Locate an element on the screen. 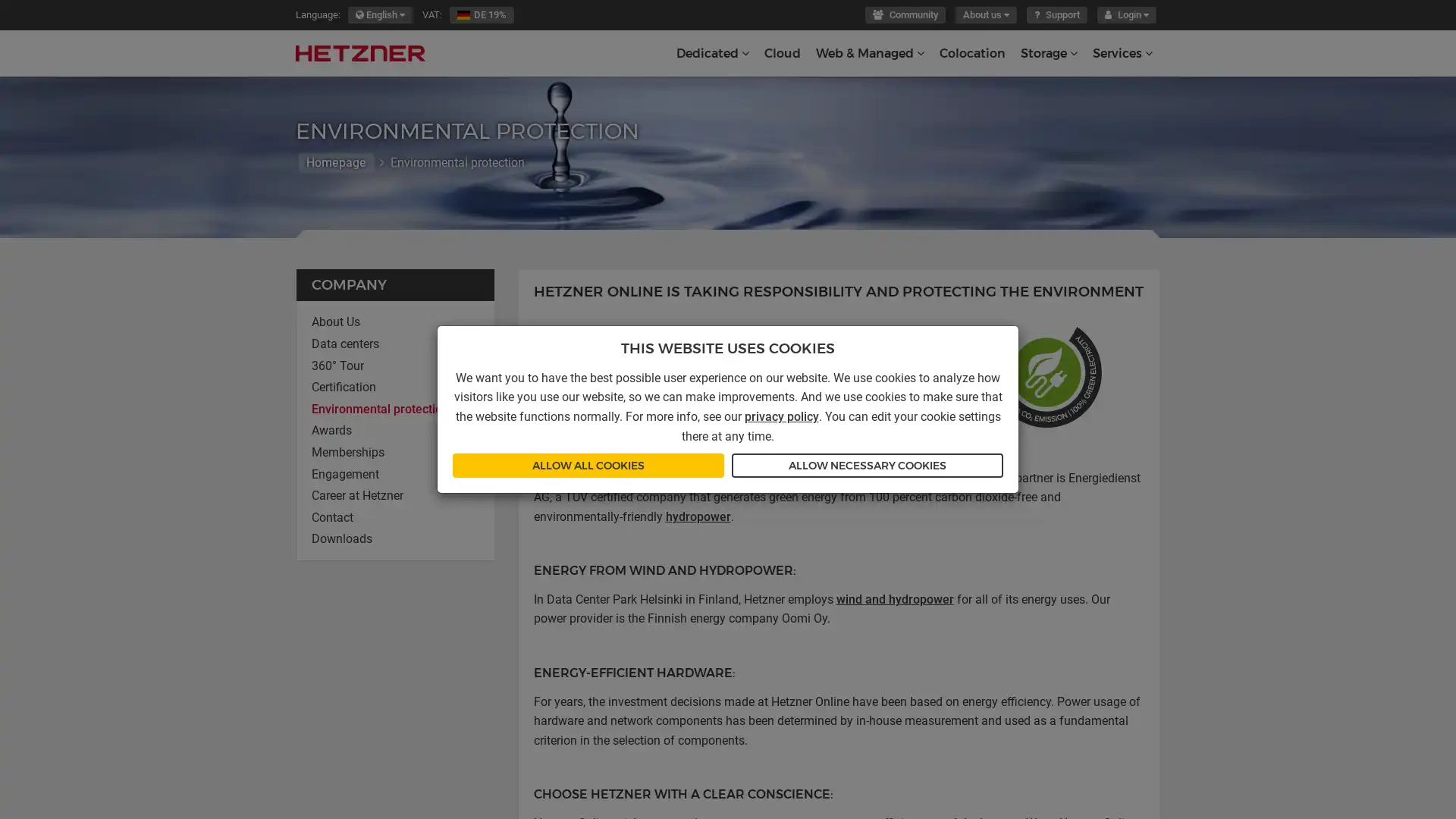 The height and width of the screenshot is (819, 1456). ALLOW NECESSARY COOKIES is located at coordinates (867, 464).